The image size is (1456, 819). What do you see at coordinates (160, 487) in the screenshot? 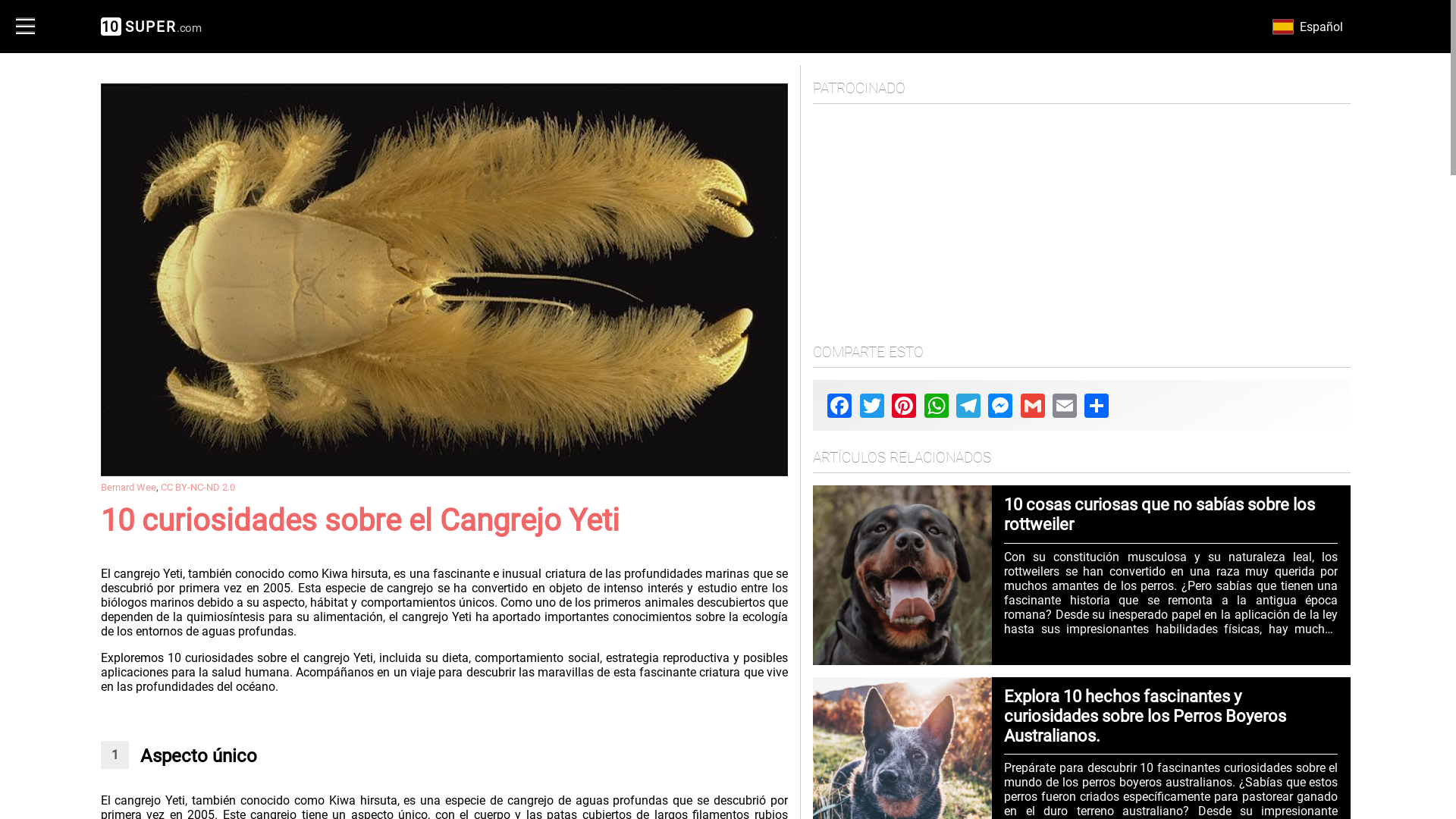
I see `'CC BY-NC-ND 2.0'` at bounding box center [160, 487].